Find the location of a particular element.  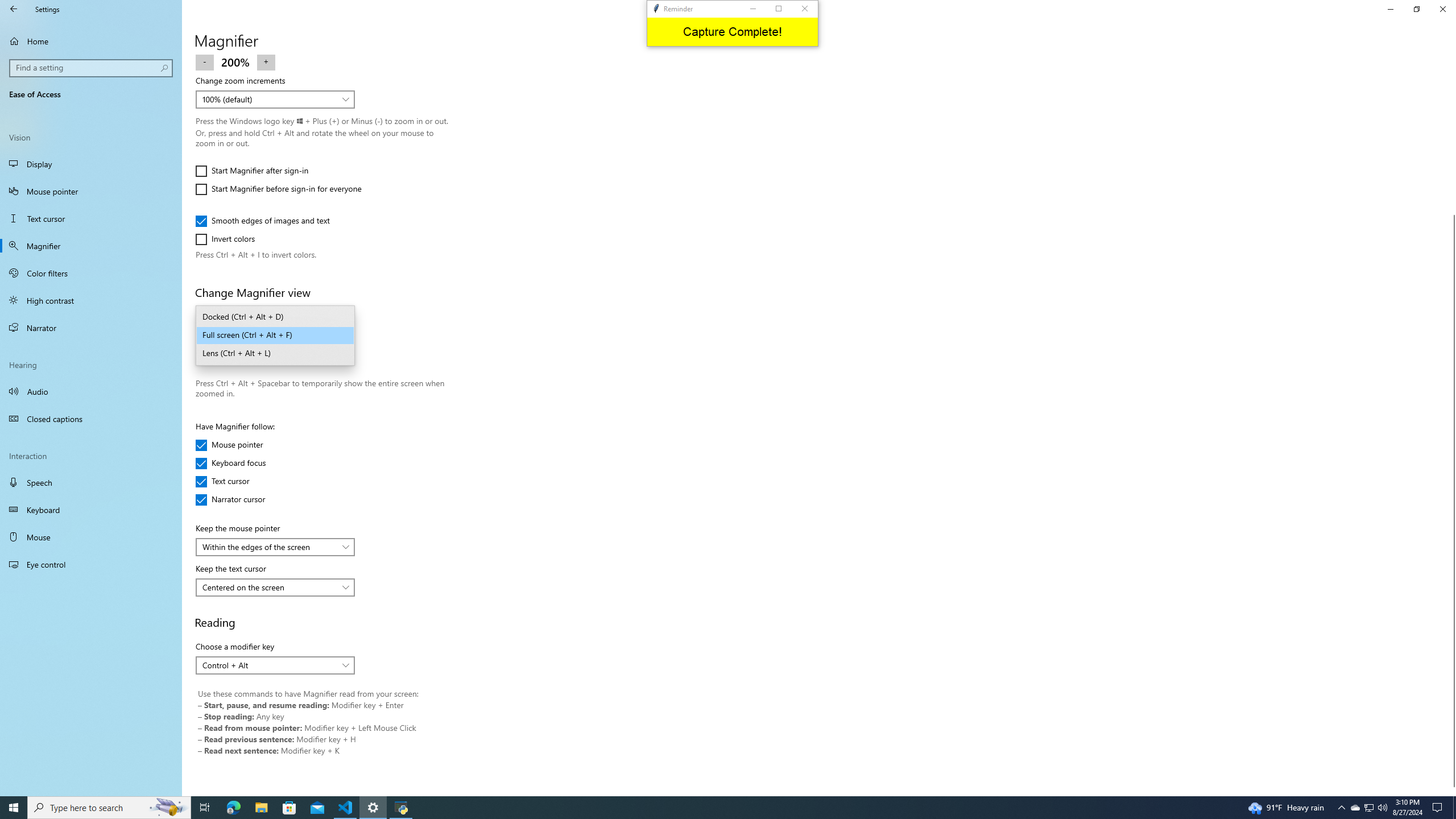

'Magnifier' is located at coordinates (90, 246).